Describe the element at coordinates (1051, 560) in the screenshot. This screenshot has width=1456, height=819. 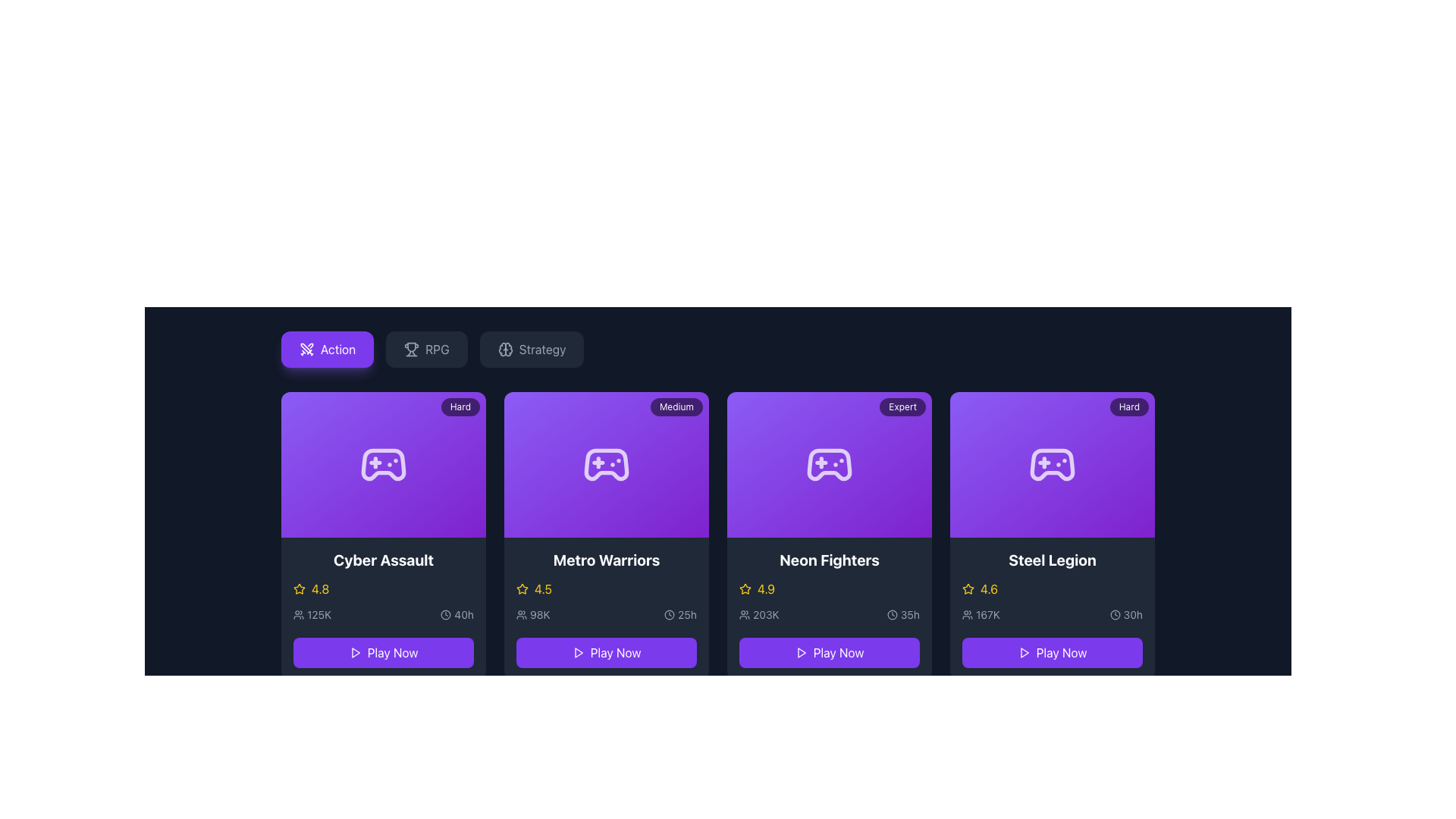
I see `the text element displaying the title 'Steel Legion', which is styled in white, bold, and larger font, located within a dark card-like background` at that location.